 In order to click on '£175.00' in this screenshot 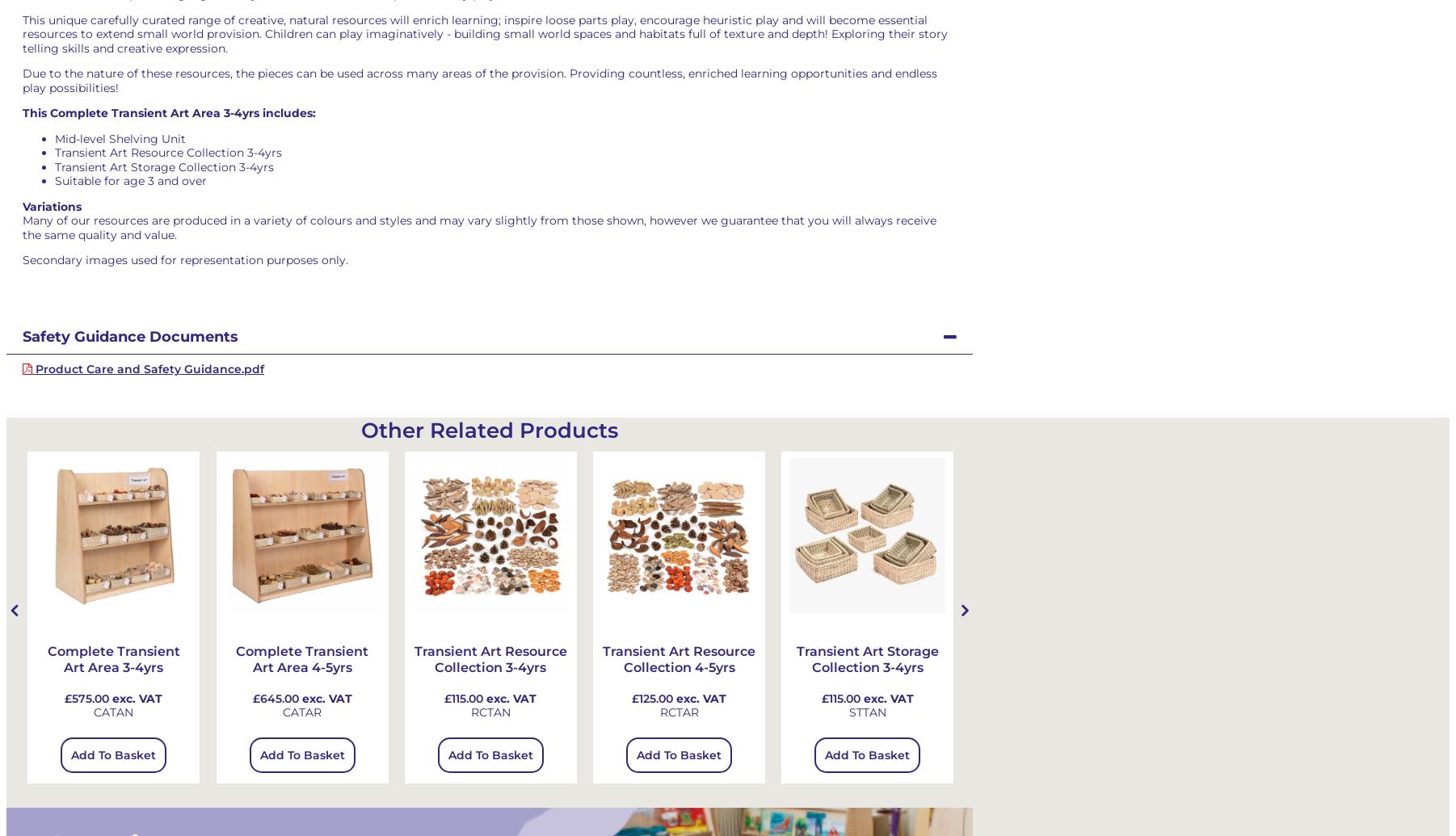, I will do `click(1217, 697)`.